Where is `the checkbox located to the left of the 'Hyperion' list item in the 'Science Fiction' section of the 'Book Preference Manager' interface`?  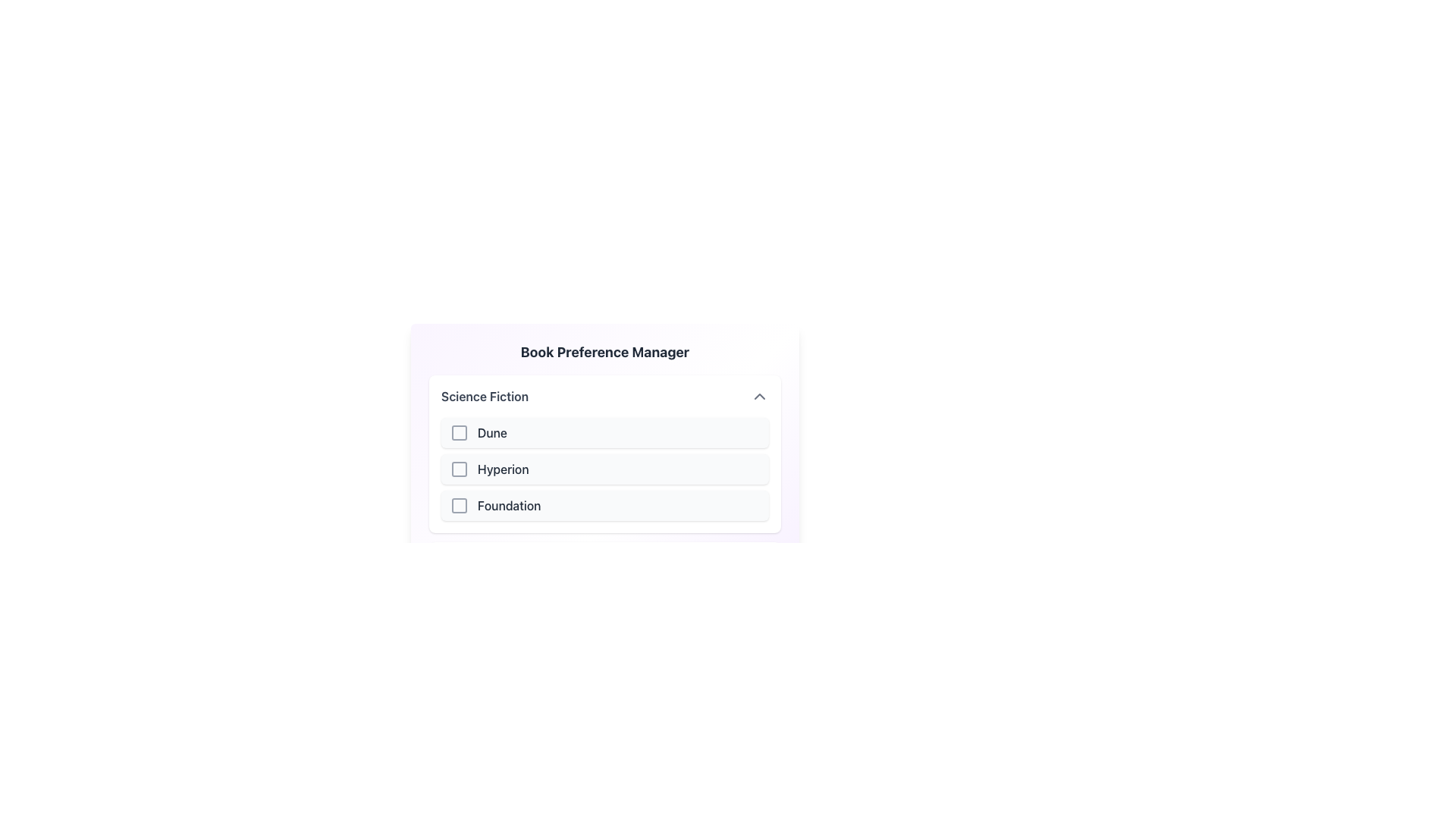
the checkbox located to the left of the 'Hyperion' list item in the 'Science Fiction' section of the 'Book Preference Manager' interface is located at coordinates (458, 468).